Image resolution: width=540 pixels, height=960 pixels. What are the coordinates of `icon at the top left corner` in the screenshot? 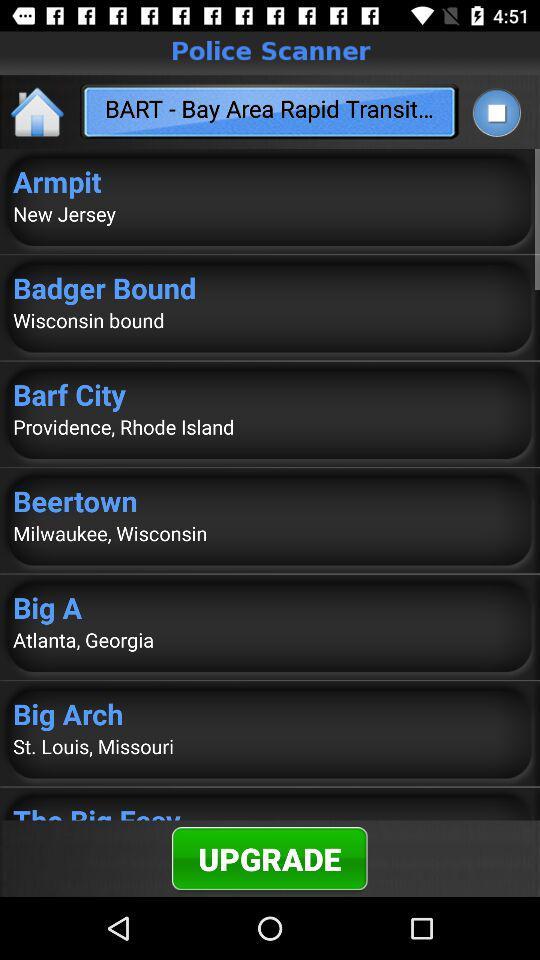 It's located at (38, 111).